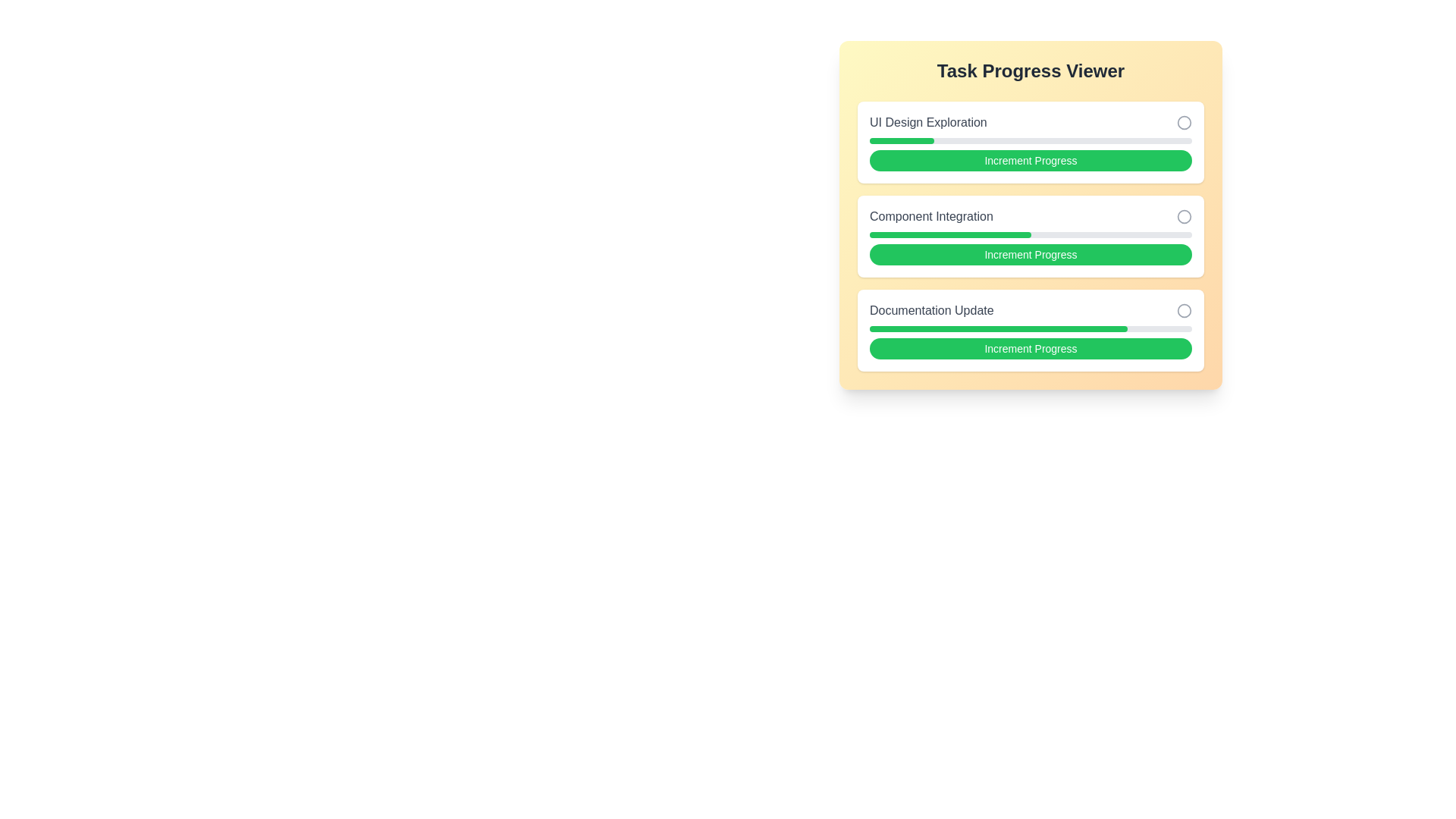 The height and width of the screenshot is (819, 1456). Describe the element at coordinates (1183, 122) in the screenshot. I see `the circular graphic icon with a light gray outline located to the far right of the 'UI Design Exploration' row, next to the accompanying text label` at that location.